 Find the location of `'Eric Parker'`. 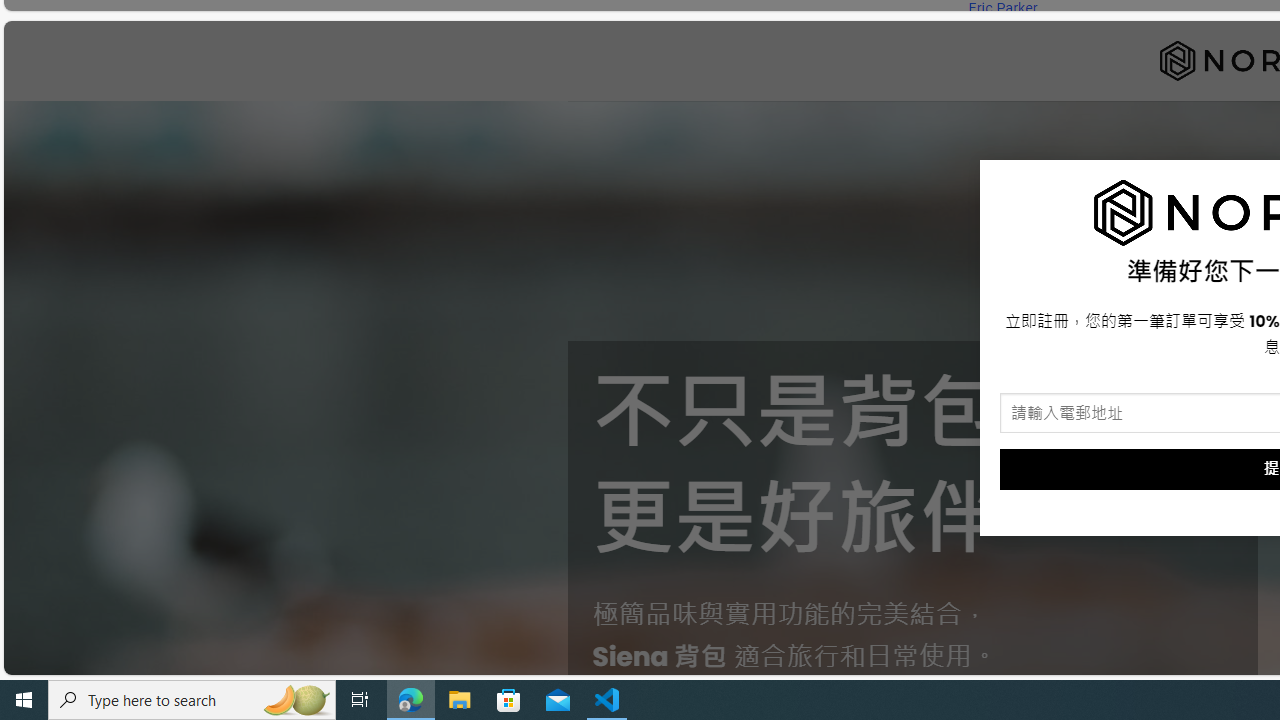

'Eric Parker' is located at coordinates (1002, 8).